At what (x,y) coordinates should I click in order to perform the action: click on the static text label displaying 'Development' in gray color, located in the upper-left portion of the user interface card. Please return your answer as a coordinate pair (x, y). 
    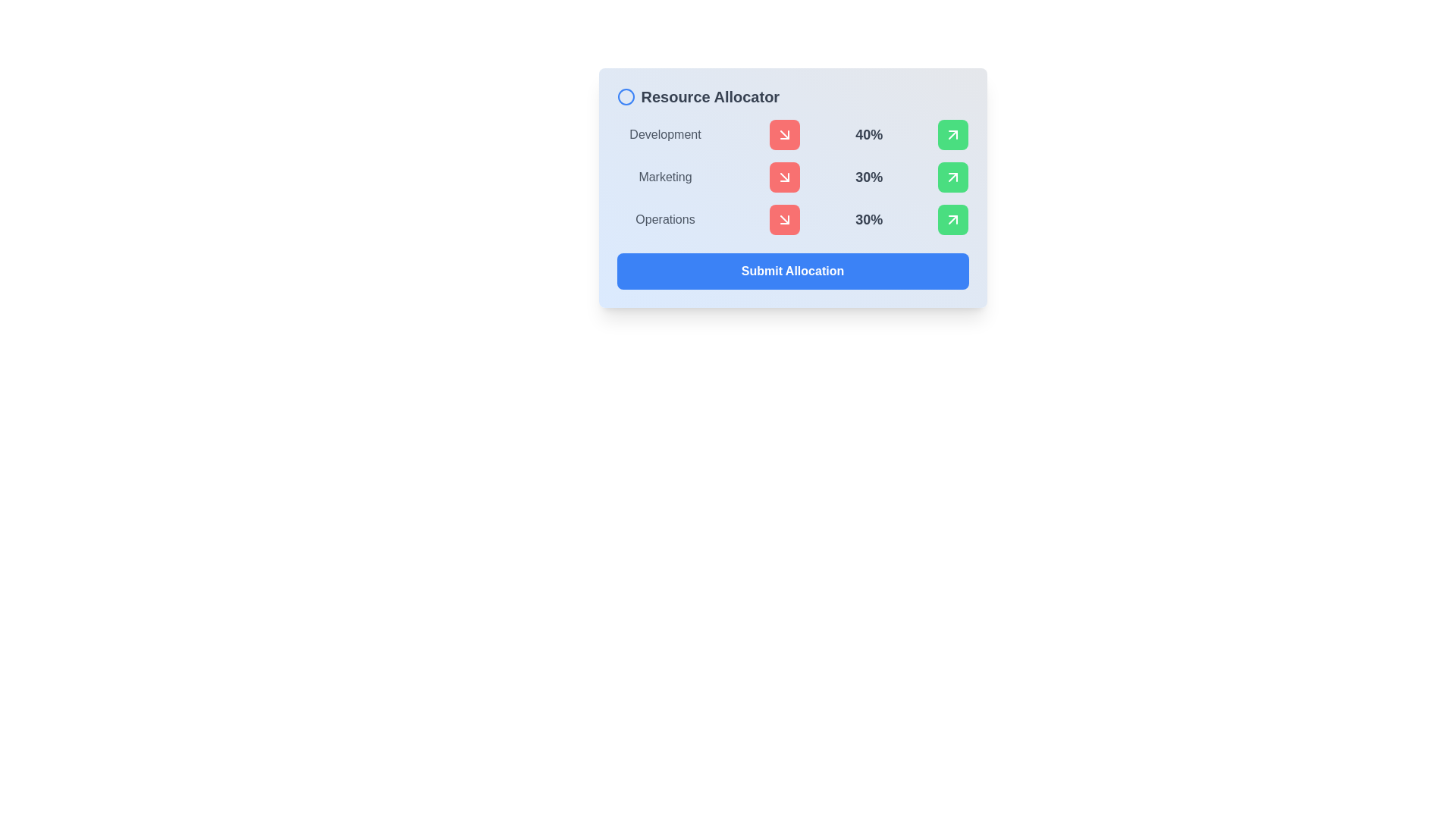
    Looking at the image, I should click on (665, 133).